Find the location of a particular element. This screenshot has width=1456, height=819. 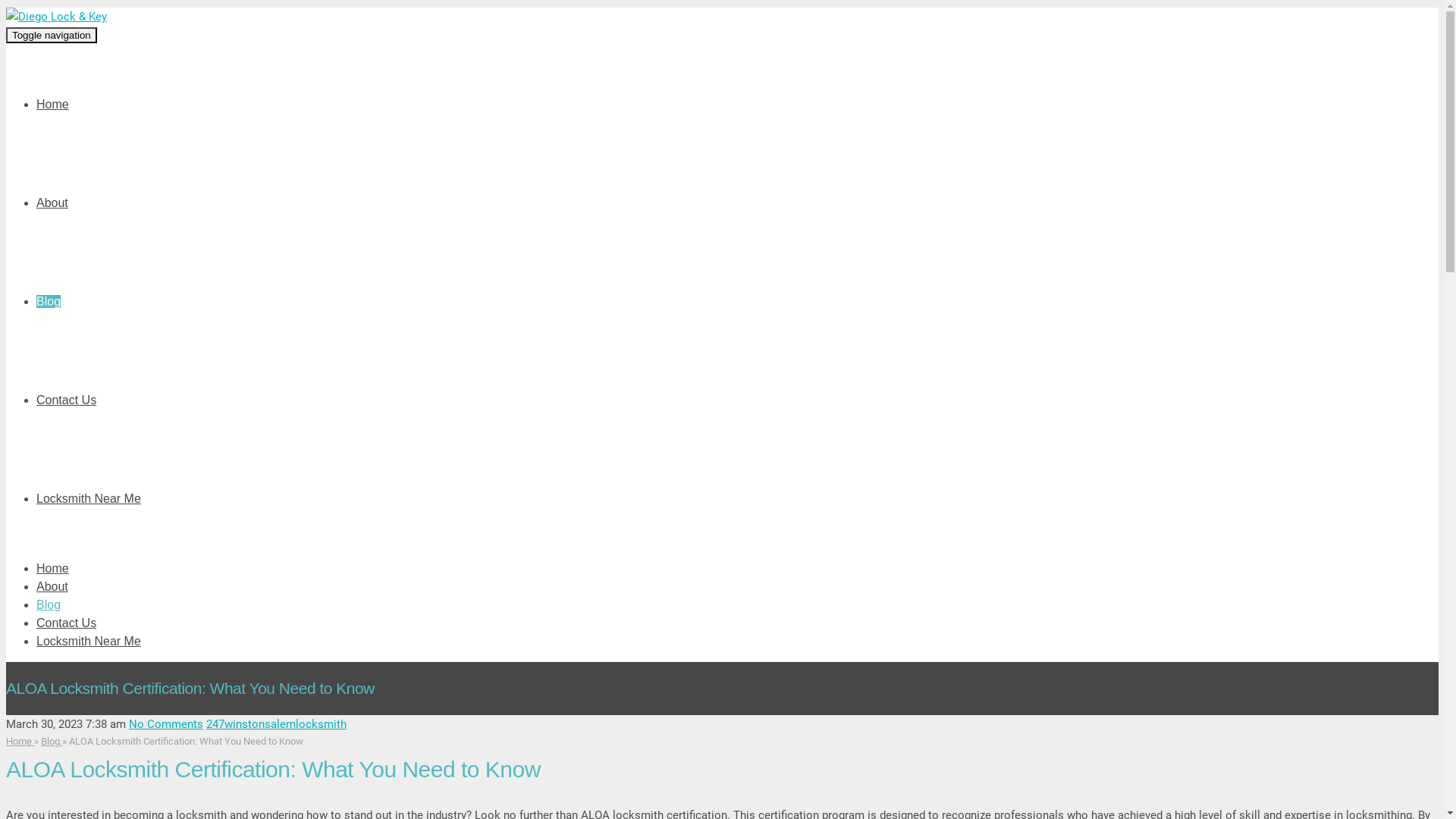

'Blog' is located at coordinates (51, 740).